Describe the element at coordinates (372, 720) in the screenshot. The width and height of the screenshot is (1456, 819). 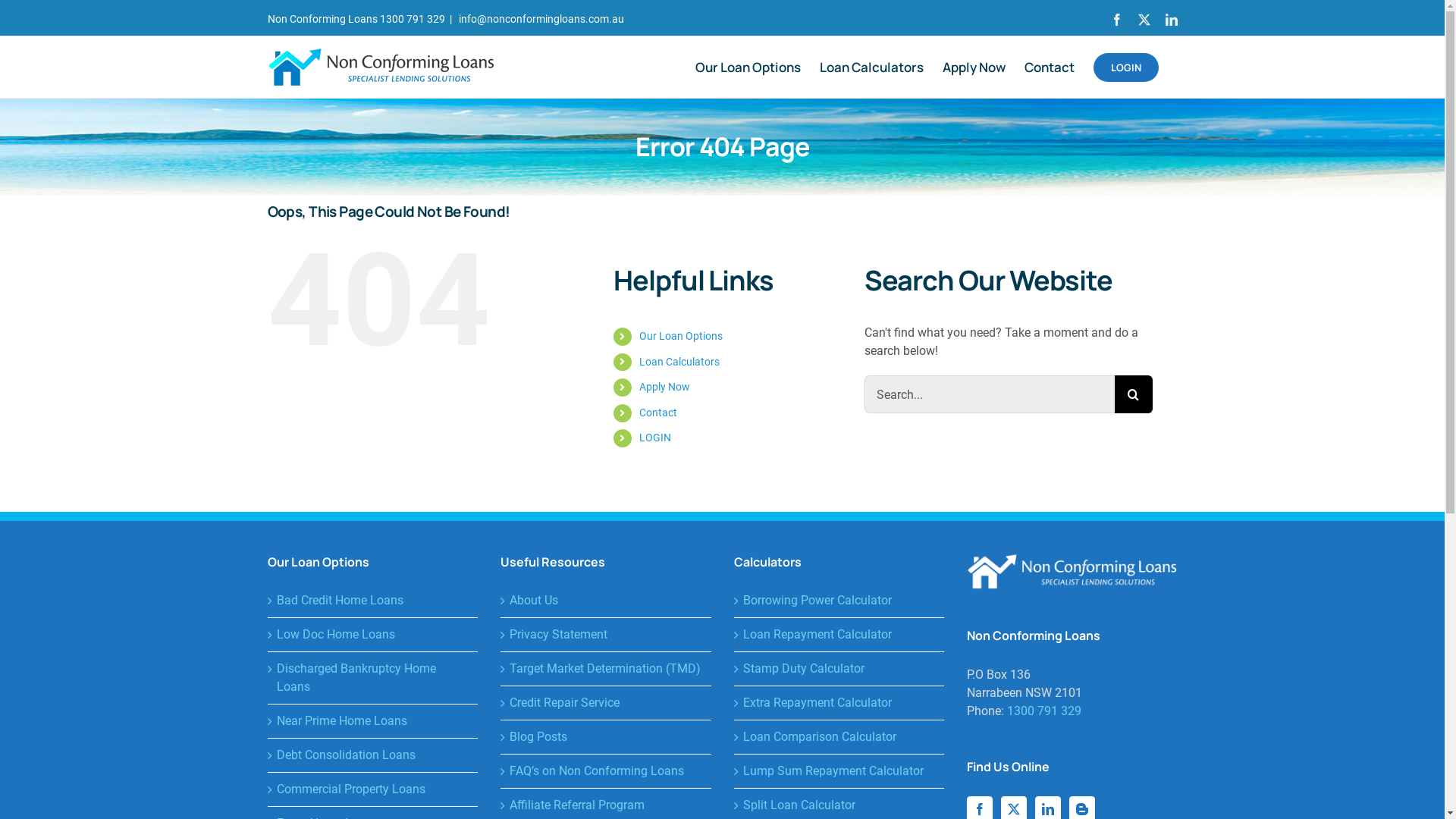
I see `'Near Prime Home Loans'` at that location.